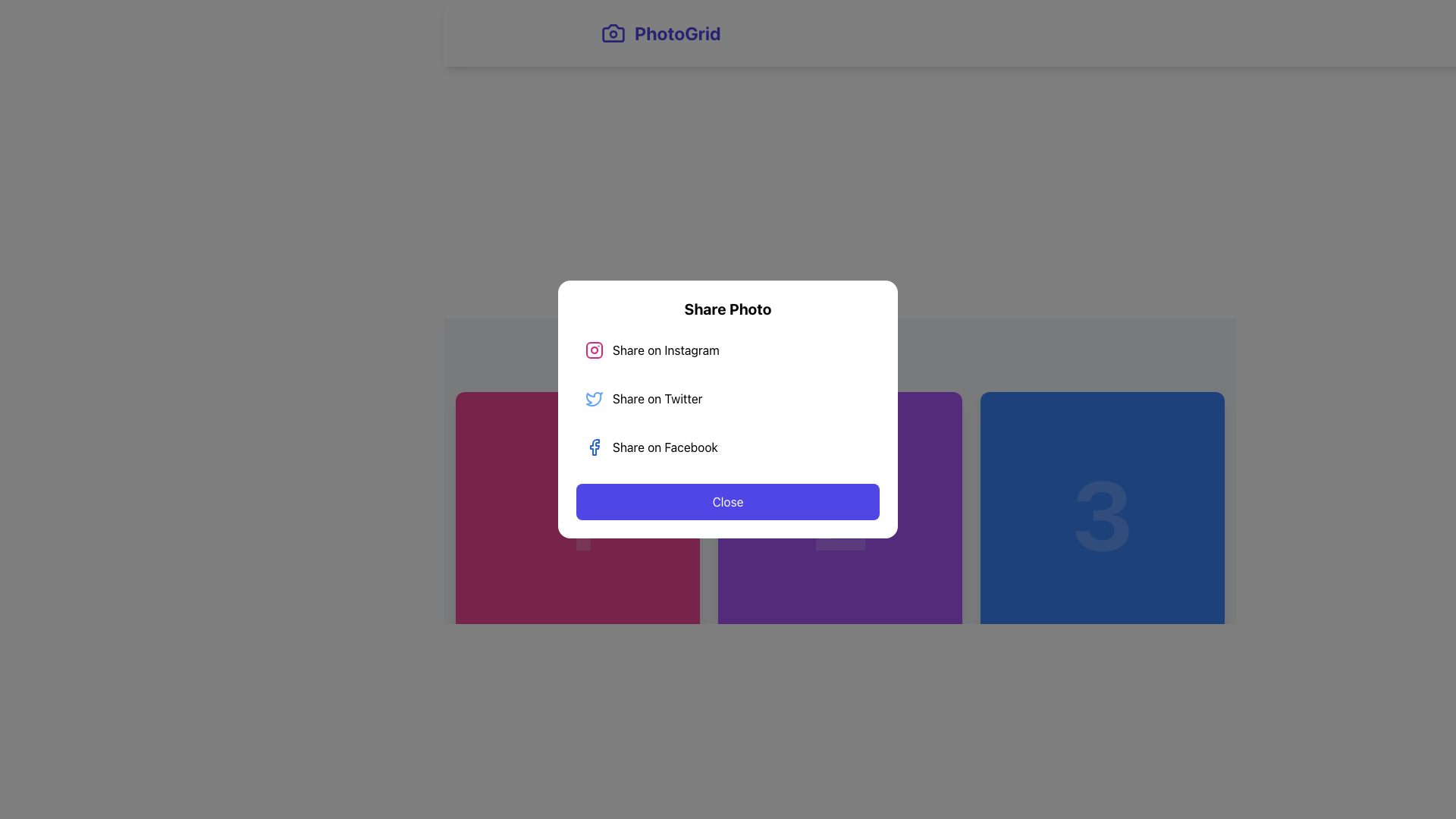 Image resolution: width=1456 pixels, height=819 pixels. Describe the element at coordinates (728, 397) in the screenshot. I see `the Twitter share button located centrally in the 'Share Photo' modal box` at that location.